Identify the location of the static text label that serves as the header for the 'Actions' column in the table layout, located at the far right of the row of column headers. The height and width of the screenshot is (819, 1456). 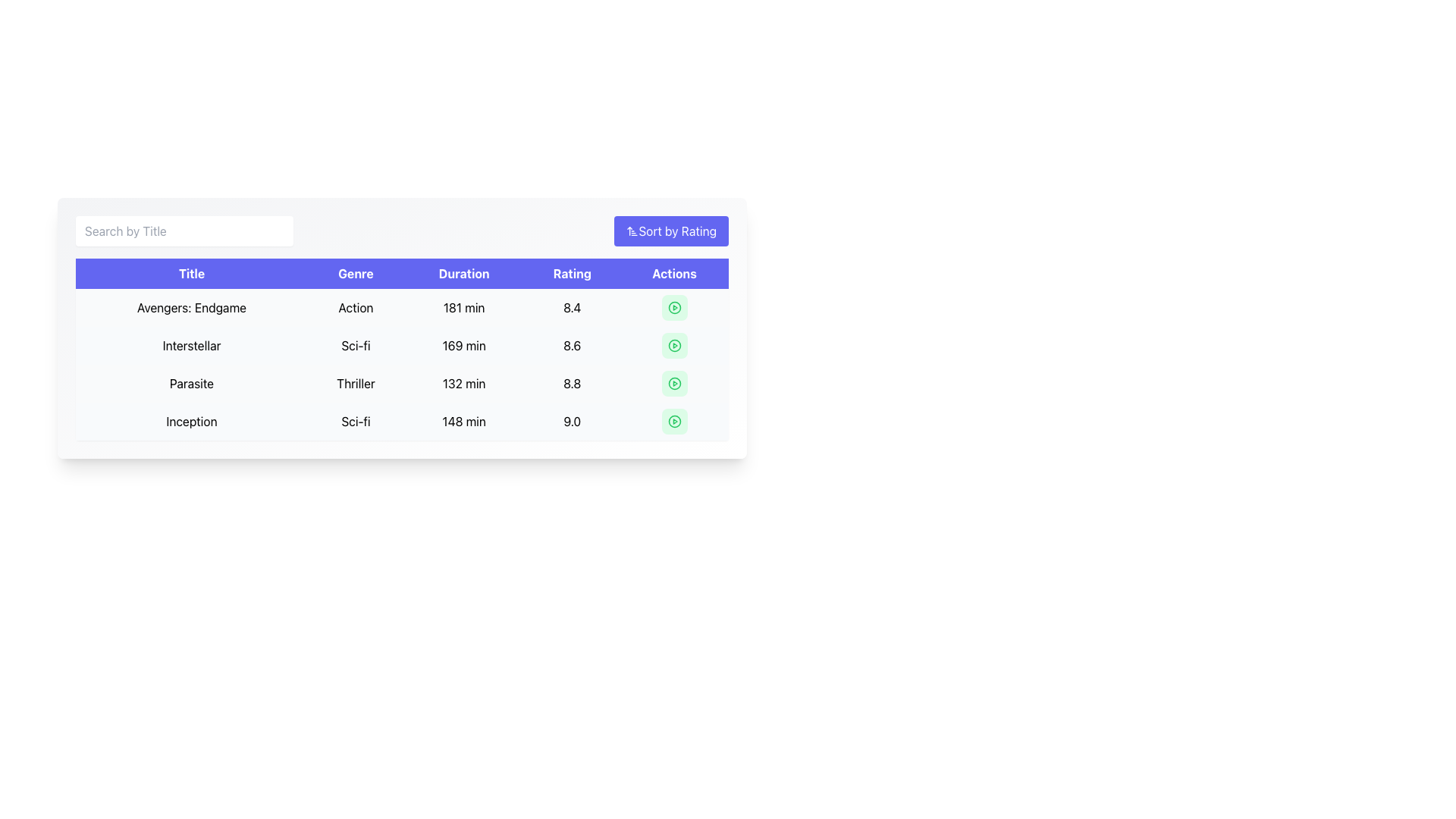
(673, 274).